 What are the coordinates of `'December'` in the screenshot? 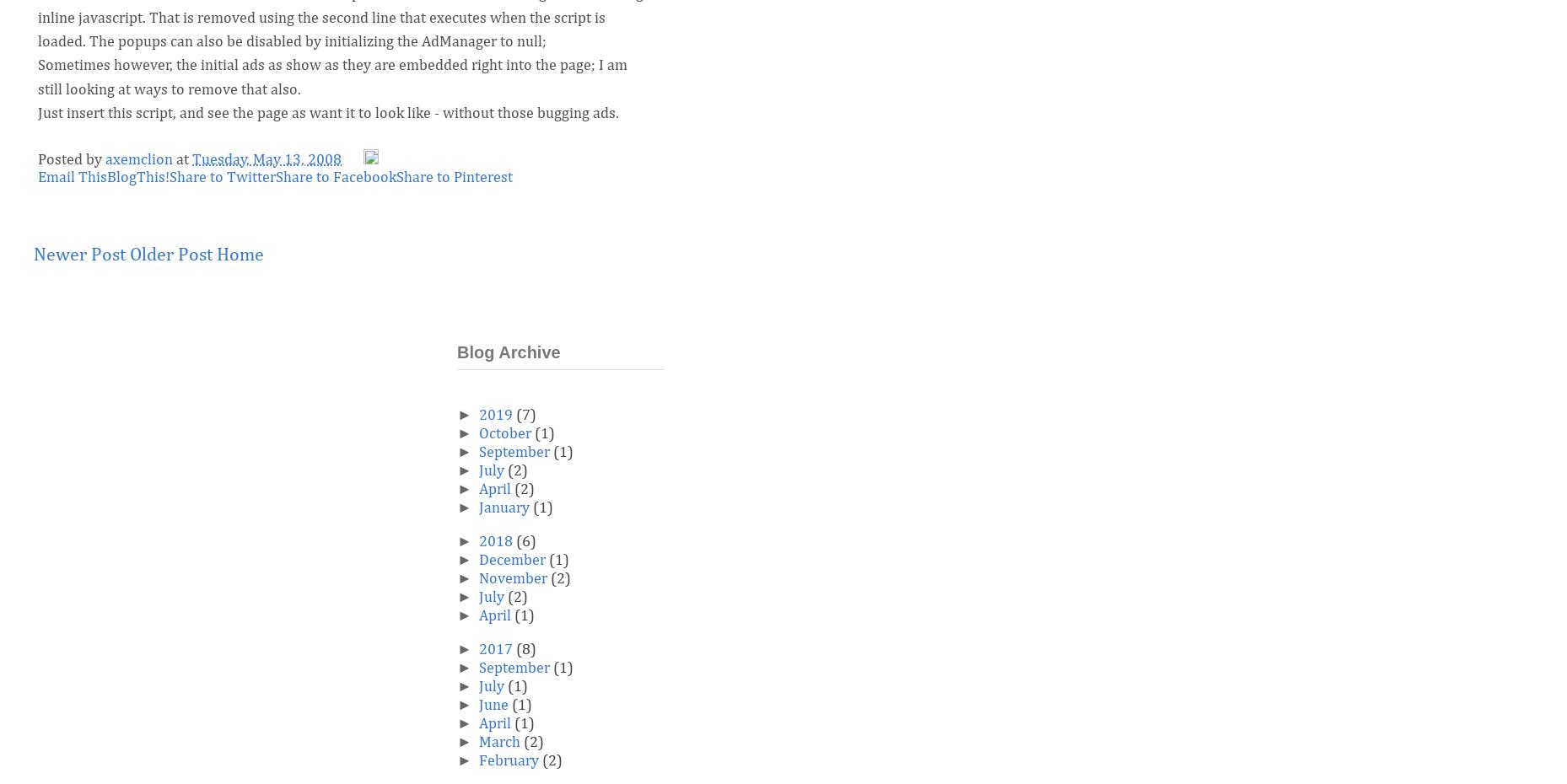 It's located at (512, 560).